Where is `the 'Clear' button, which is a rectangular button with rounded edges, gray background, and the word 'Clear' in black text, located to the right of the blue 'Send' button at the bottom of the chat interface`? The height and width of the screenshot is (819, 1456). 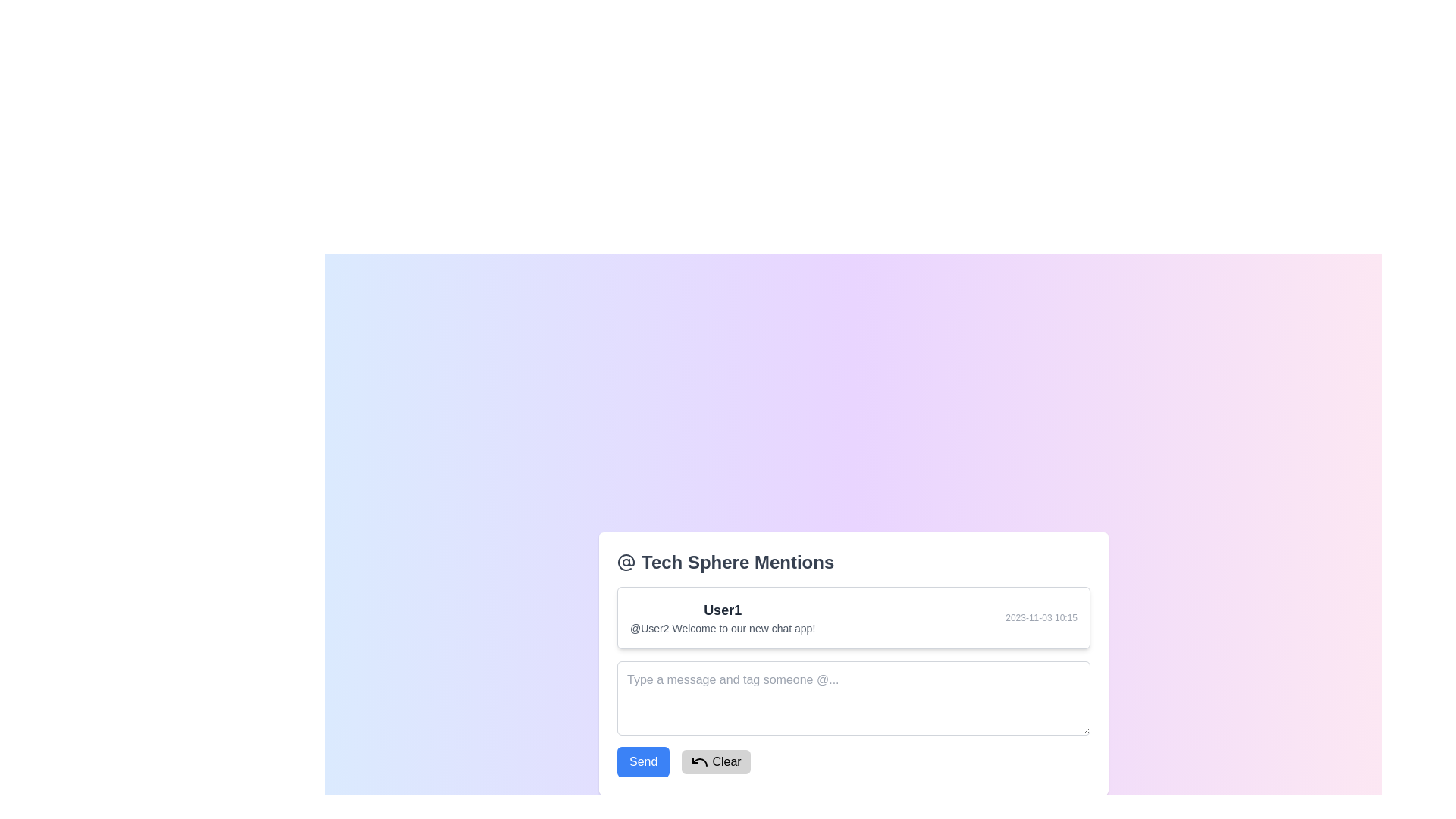
the 'Clear' button, which is a rectangular button with rounded edges, gray background, and the word 'Clear' in black text, located to the right of the blue 'Send' button at the bottom of the chat interface is located at coordinates (715, 761).